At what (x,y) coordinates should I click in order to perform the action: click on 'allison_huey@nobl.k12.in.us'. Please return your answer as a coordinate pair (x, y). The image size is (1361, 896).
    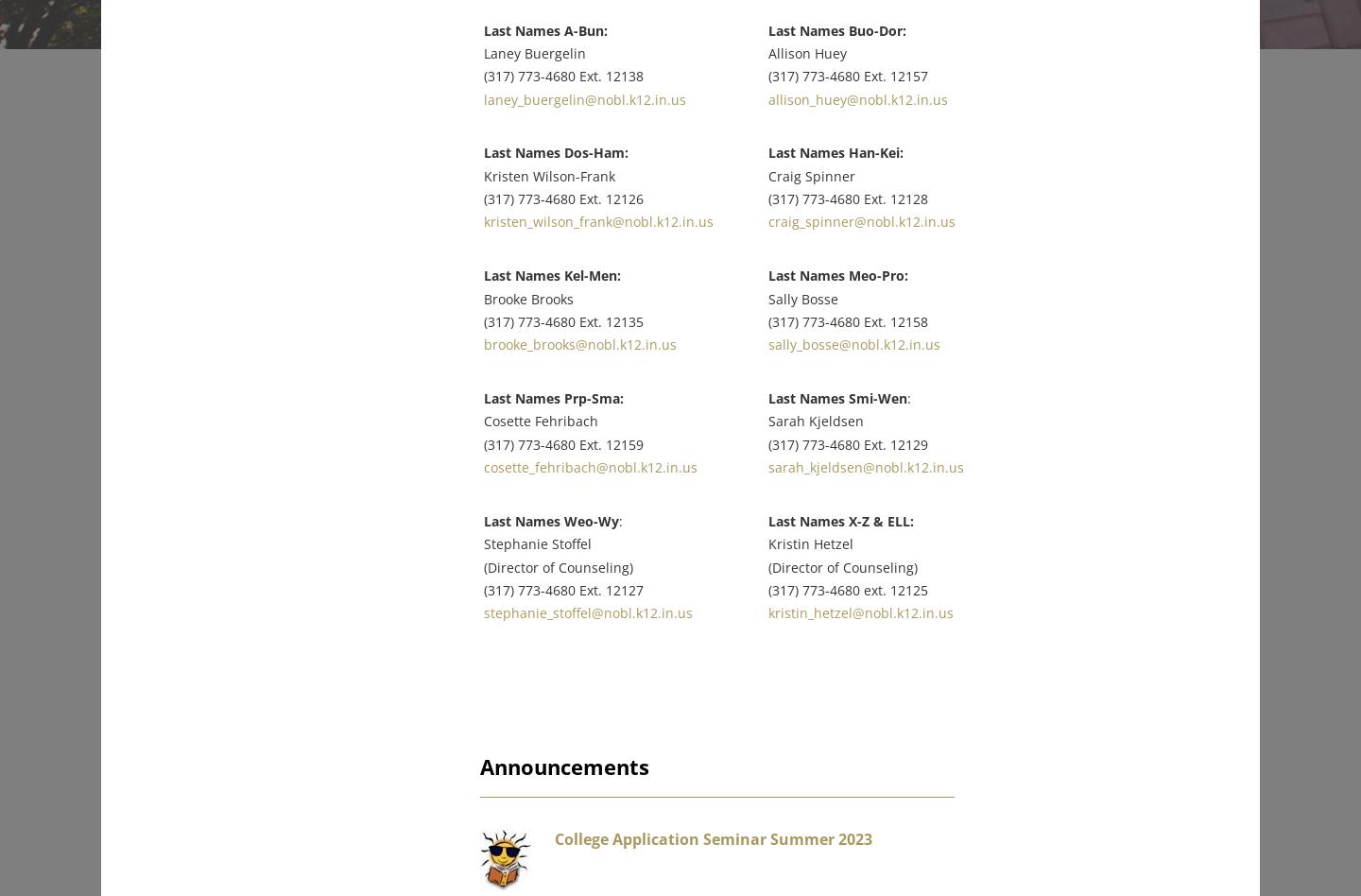
    Looking at the image, I should click on (877, 86).